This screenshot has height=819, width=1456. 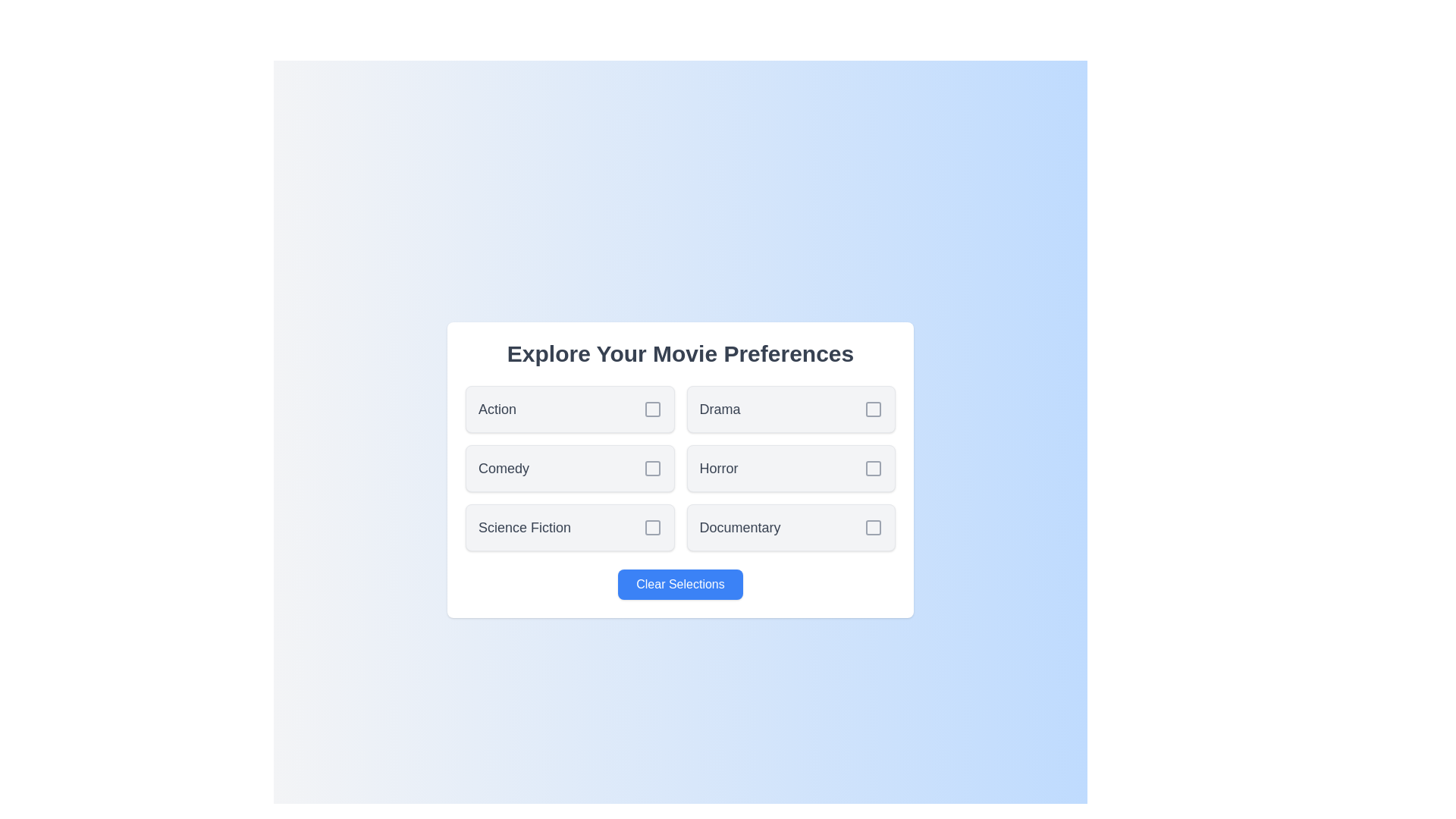 What do you see at coordinates (790, 409) in the screenshot?
I see `the genre Drama` at bounding box center [790, 409].